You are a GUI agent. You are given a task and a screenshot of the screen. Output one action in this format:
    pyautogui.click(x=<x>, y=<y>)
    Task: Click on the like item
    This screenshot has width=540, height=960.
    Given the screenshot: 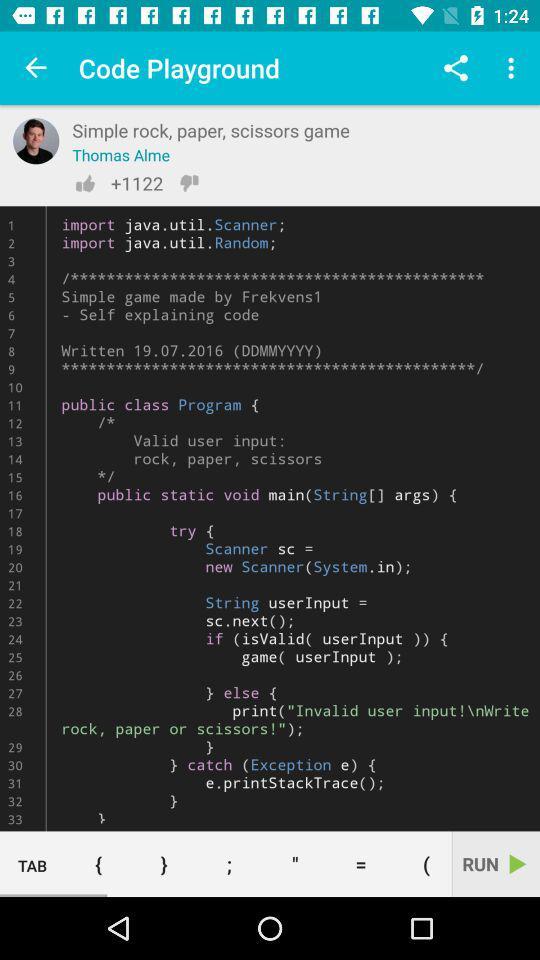 What is the action you would take?
    pyautogui.click(x=84, y=183)
    